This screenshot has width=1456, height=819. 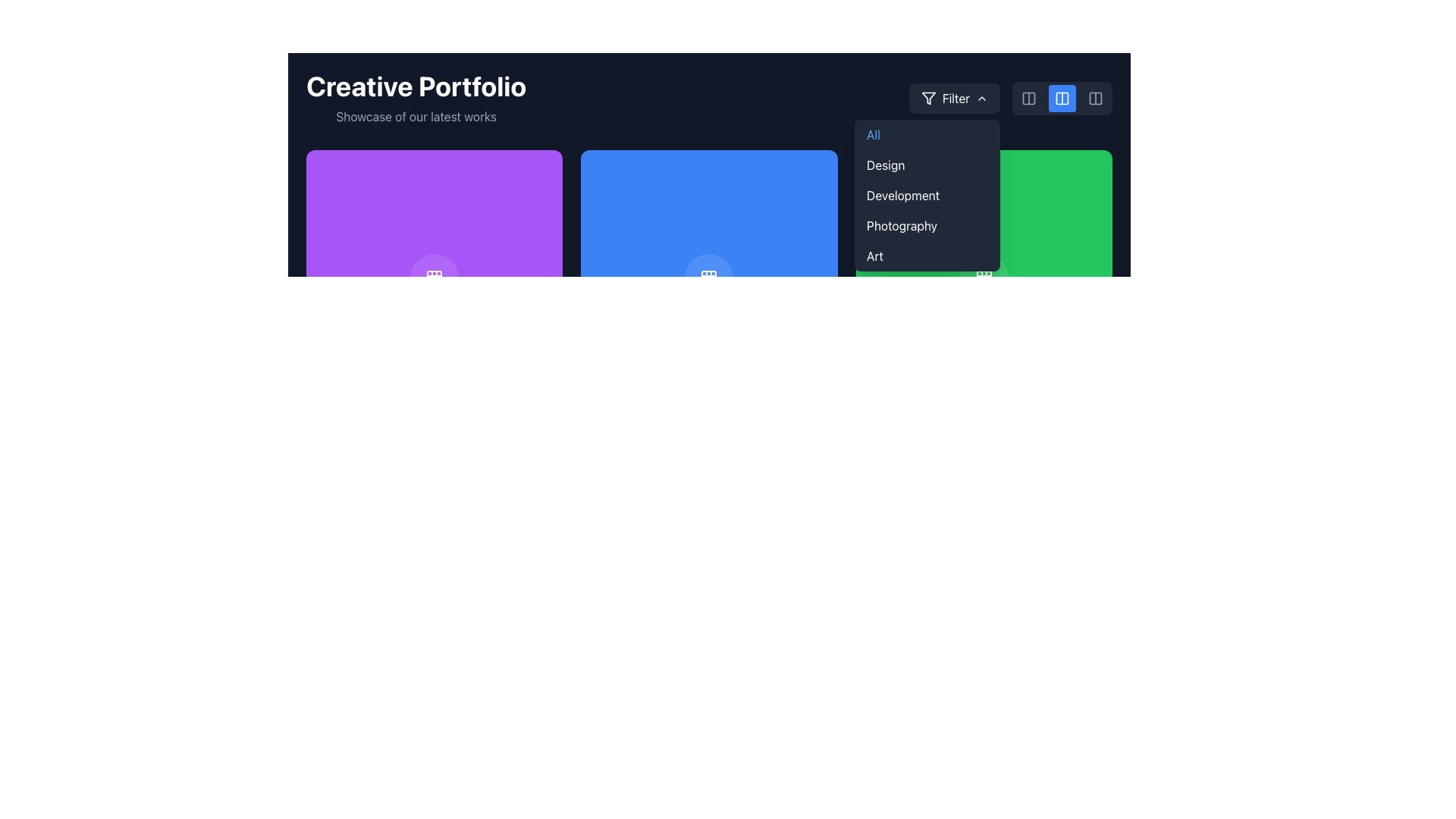 What do you see at coordinates (434, 278) in the screenshot?
I see `the graphical thumbnail or card with a purple background and a white grid icon, located at the top-left corner of the grid adjacent to the 'Creative Portfolio' header` at bounding box center [434, 278].